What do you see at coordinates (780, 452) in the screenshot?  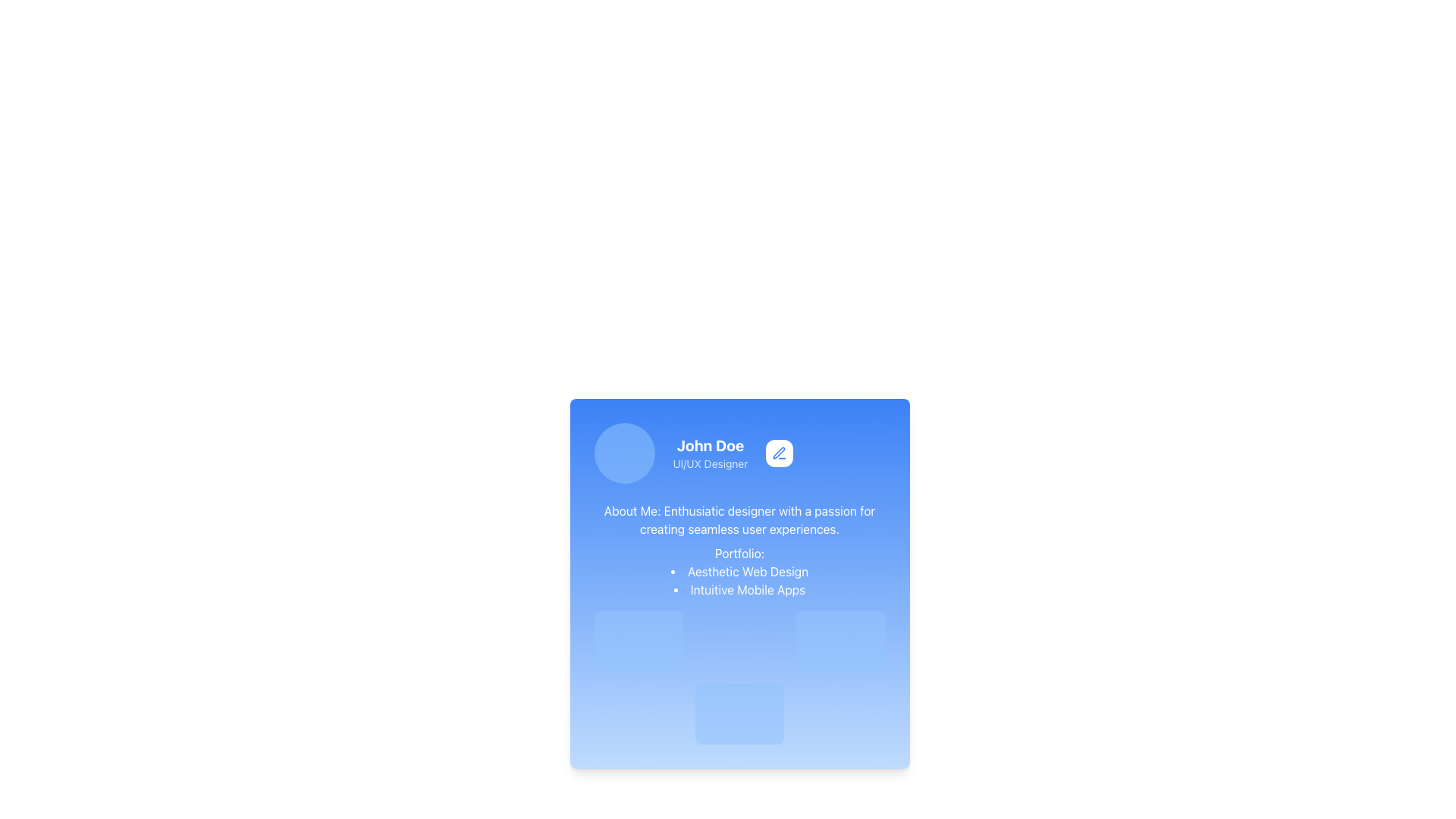 I see `the white rounded rectangle button with a pen icon, located immediately to the right of the text 'John Doe'` at bounding box center [780, 452].